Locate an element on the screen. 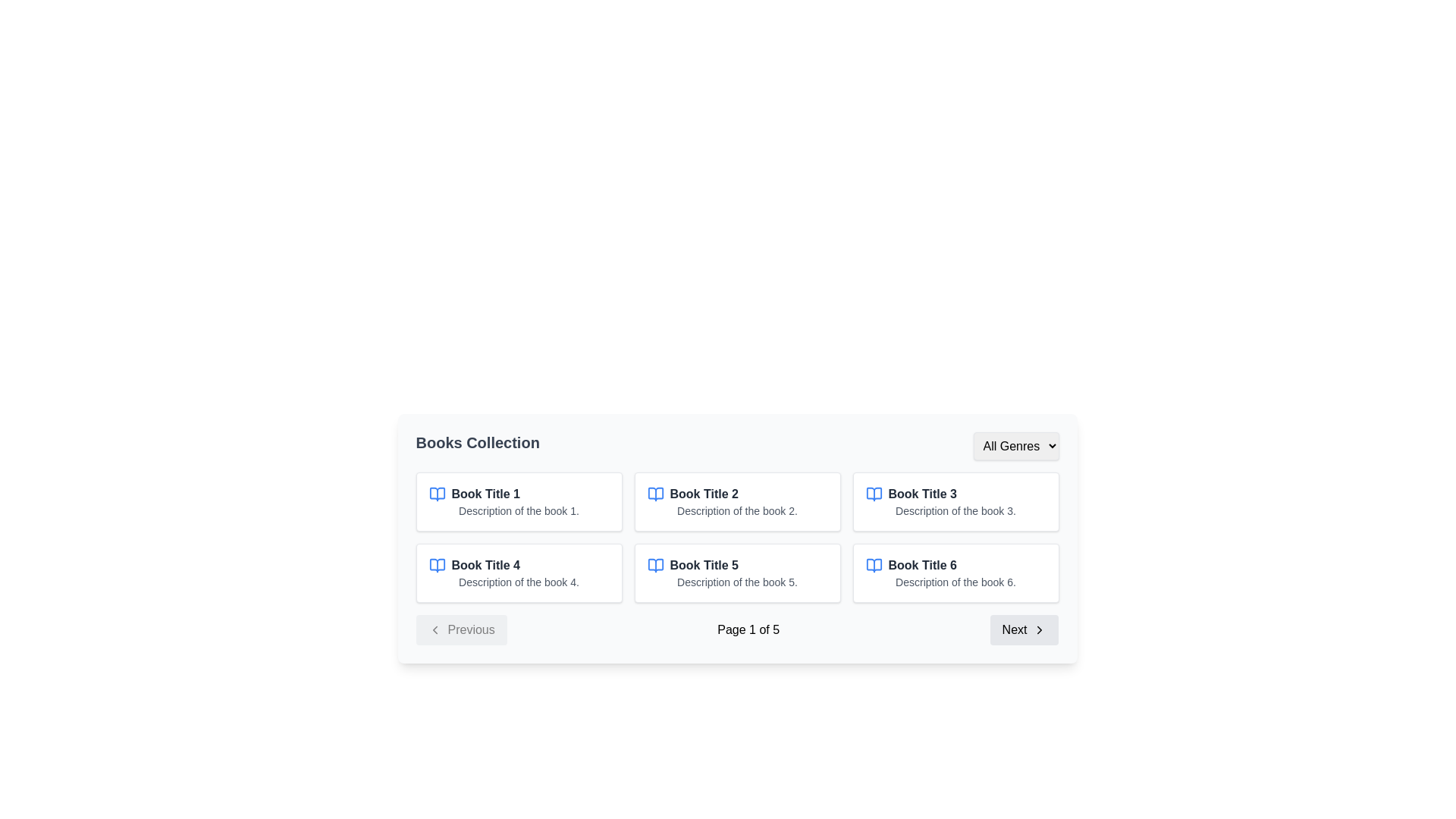 Image resolution: width=1456 pixels, height=819 pixels. the styling of the book resource icon located in the sixth tile of the book grid, adjacent to 'Book Title 6' is located at coordinates (874, 565).